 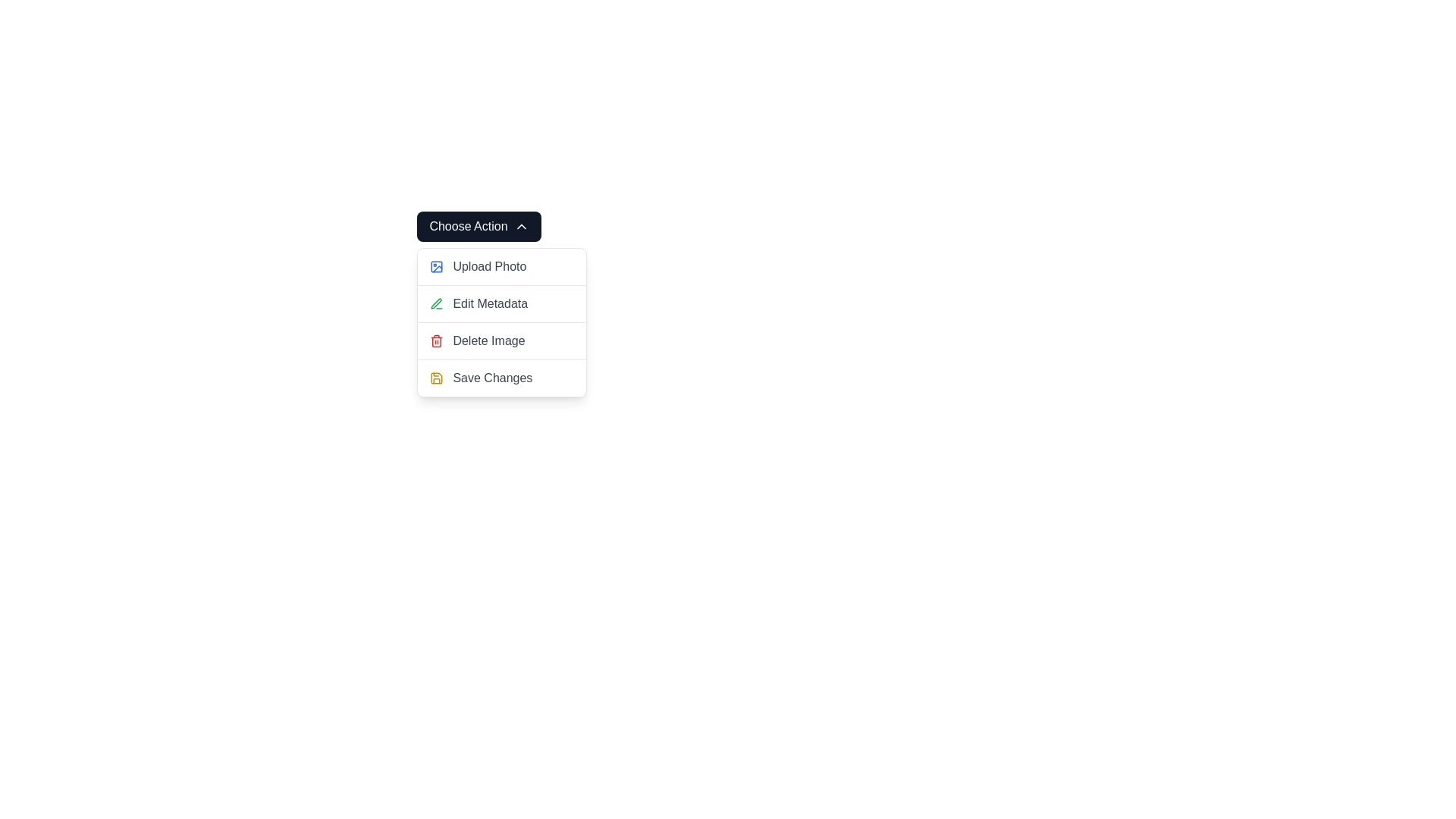 I want to click on the upper-left portion of the yellow save icon, which is part of the 'Save Changes' dropdown menu, so click(x=436, y=377).